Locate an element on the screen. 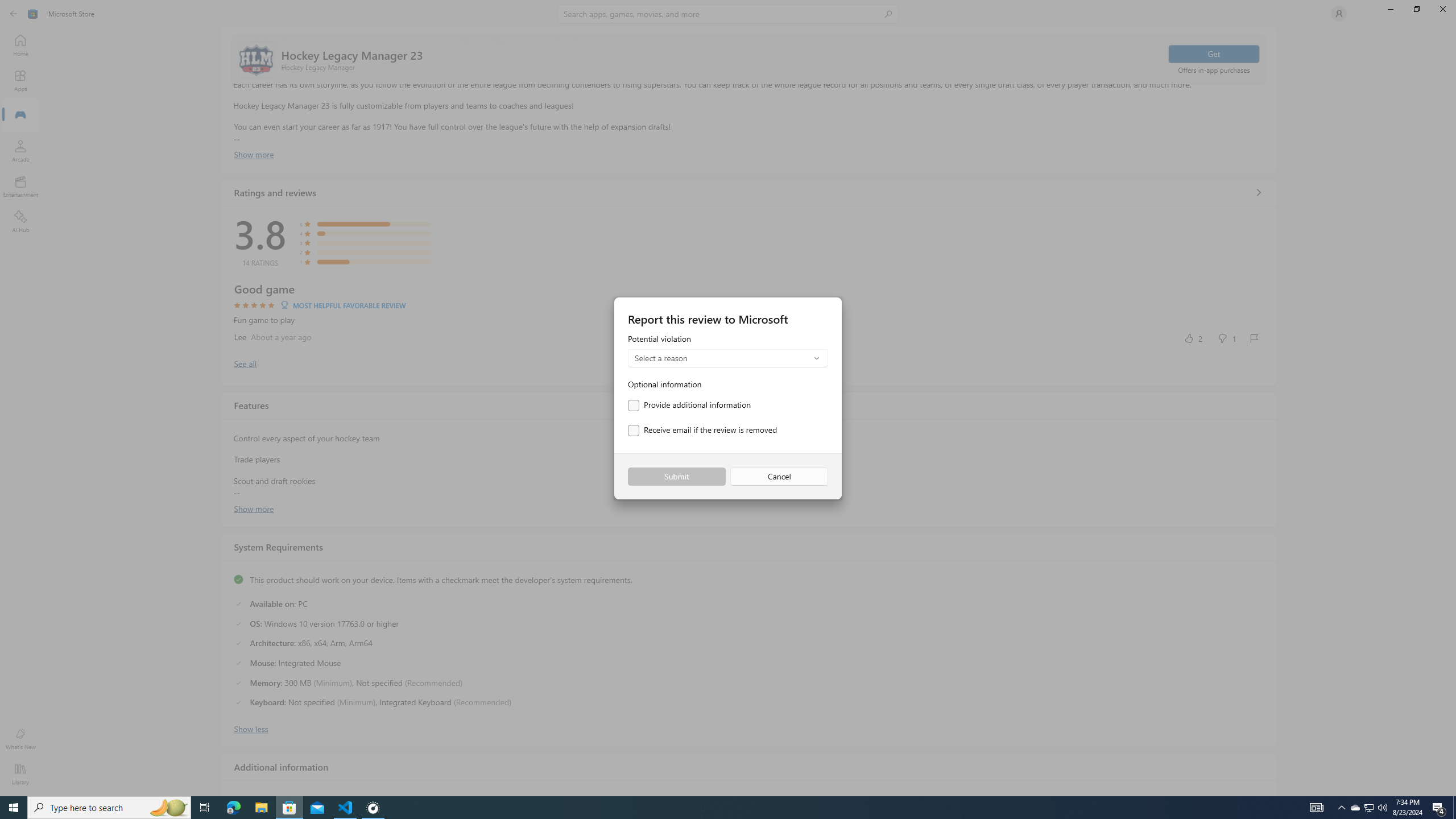 The height and width of the screenshot is (819, 1456). 'What' is located at coordinates (19, 738).